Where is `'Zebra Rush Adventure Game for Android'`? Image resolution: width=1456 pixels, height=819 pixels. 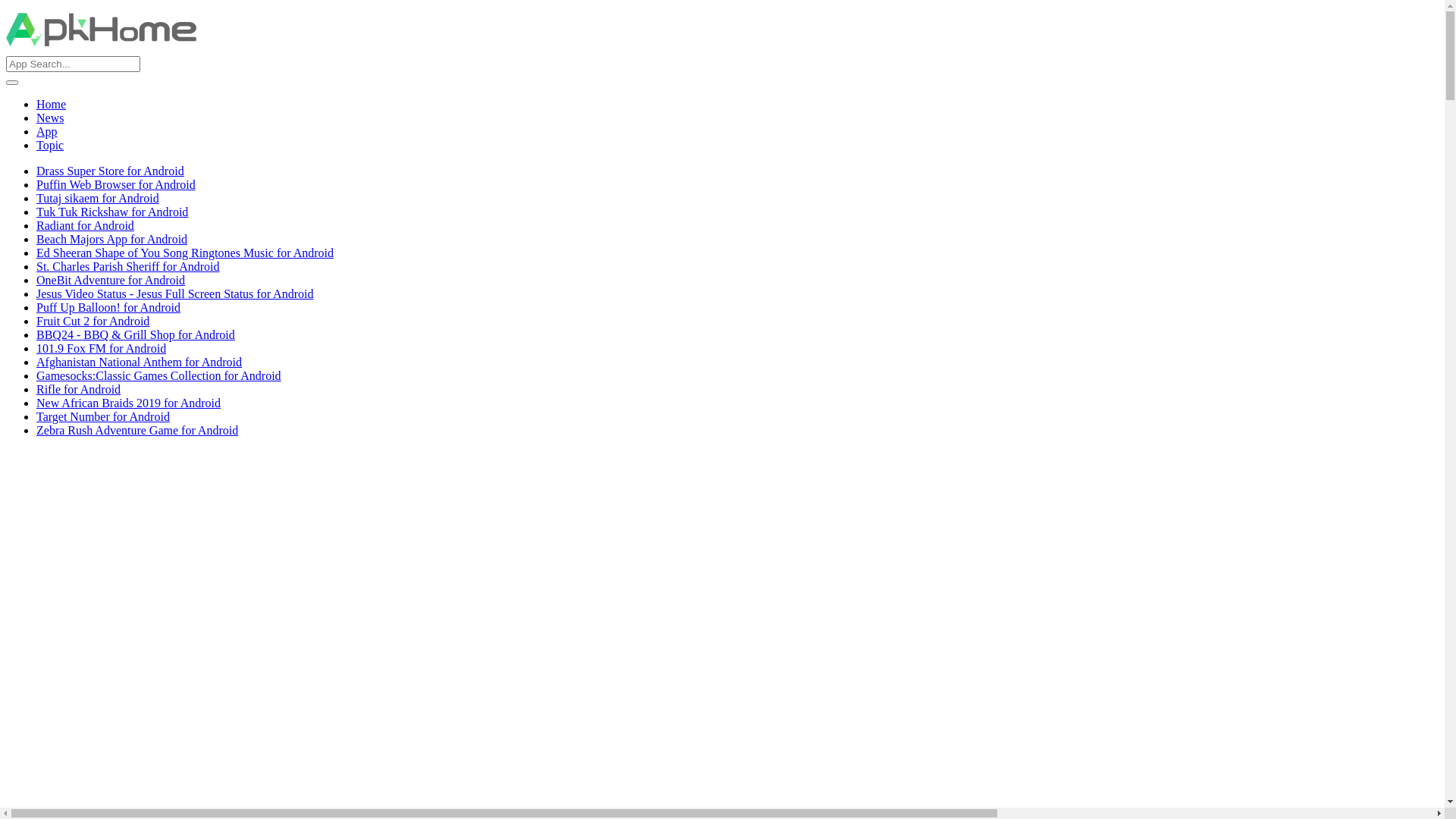
'Zebra Rush Adventure Game for Android' is located at coordinates (137, 430).